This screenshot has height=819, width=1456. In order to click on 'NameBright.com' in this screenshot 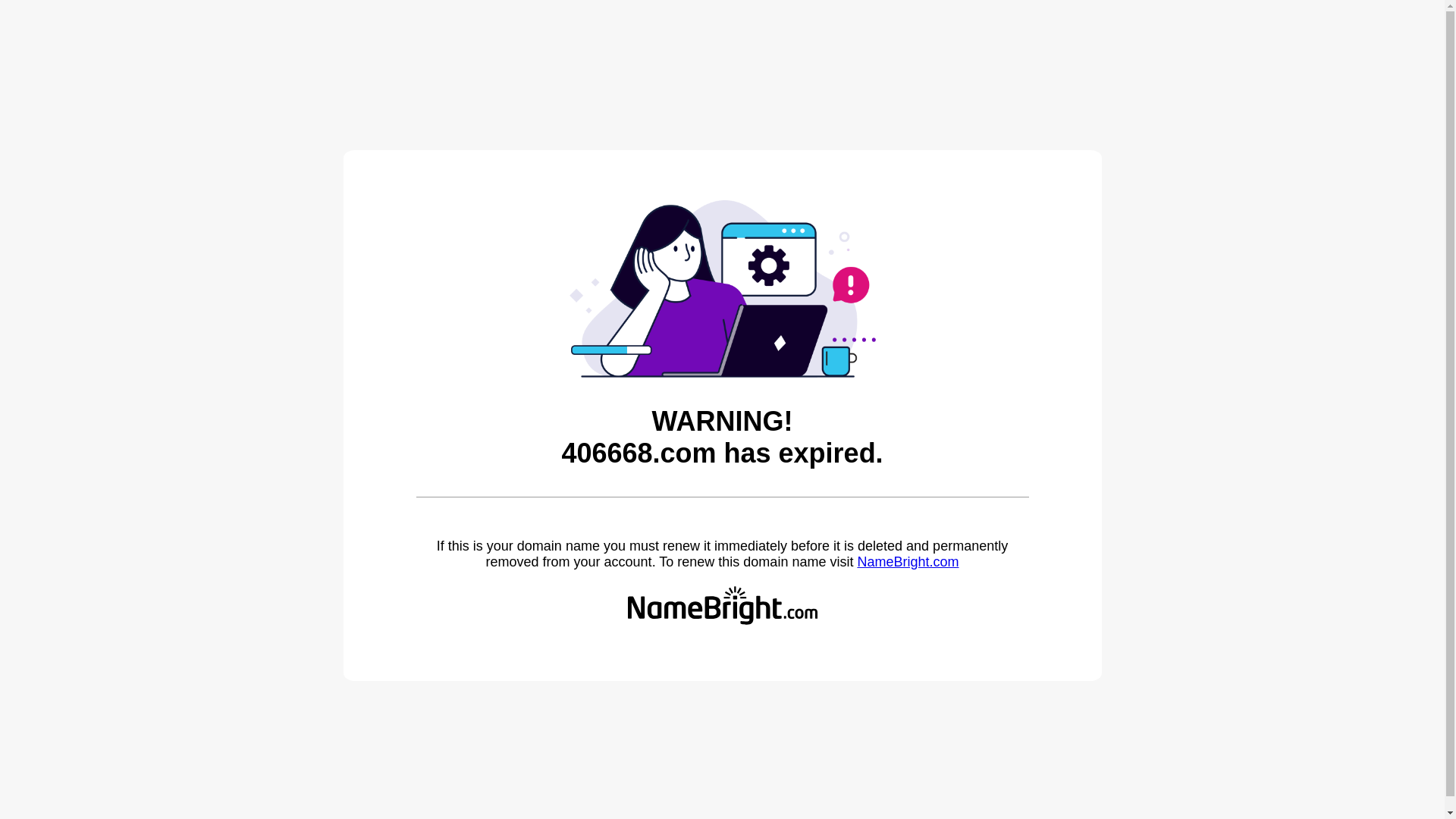, I will do `click(907, 561)`.